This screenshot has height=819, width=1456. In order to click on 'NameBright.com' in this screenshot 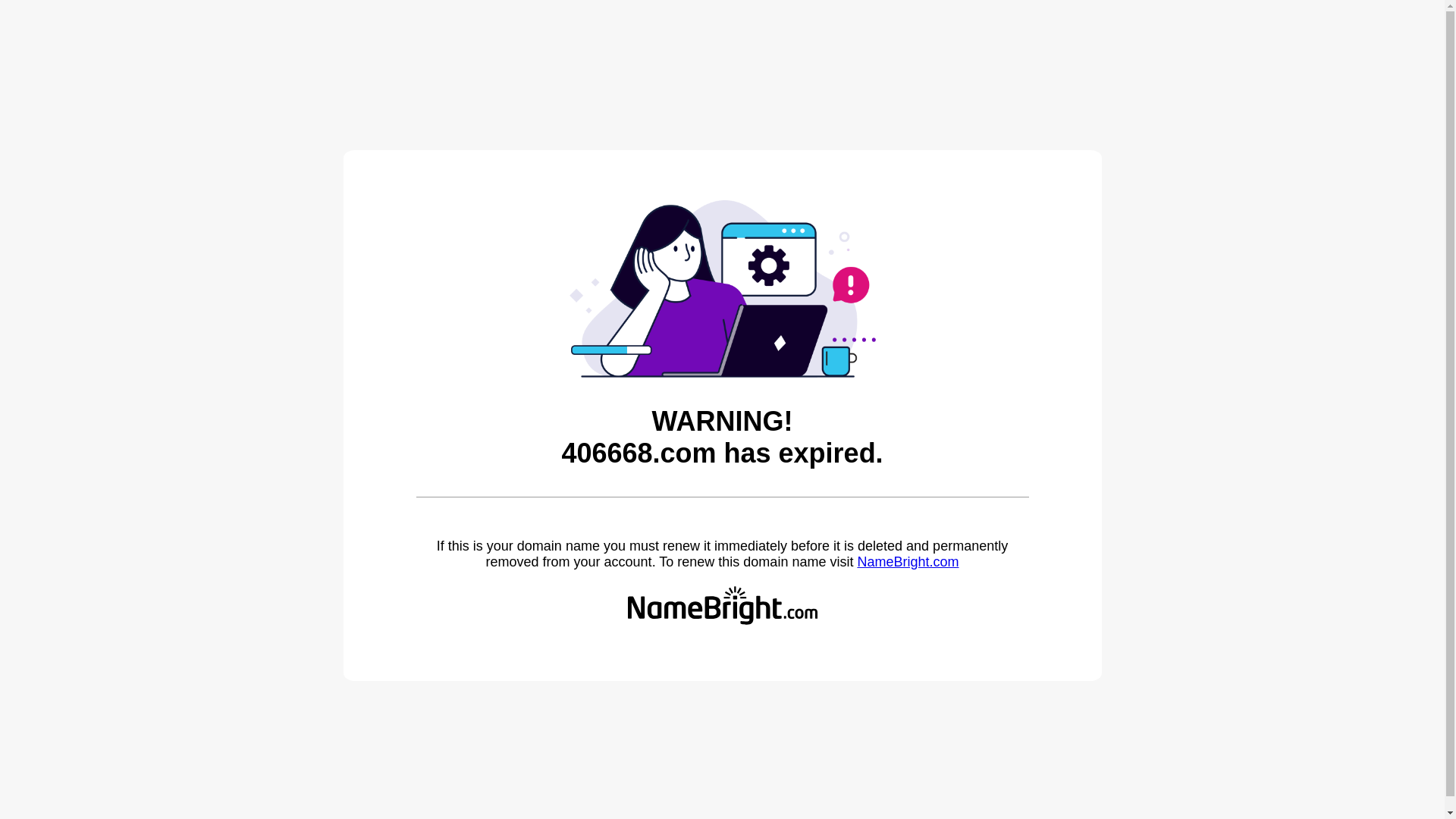, I will do `click(907, 561)`.